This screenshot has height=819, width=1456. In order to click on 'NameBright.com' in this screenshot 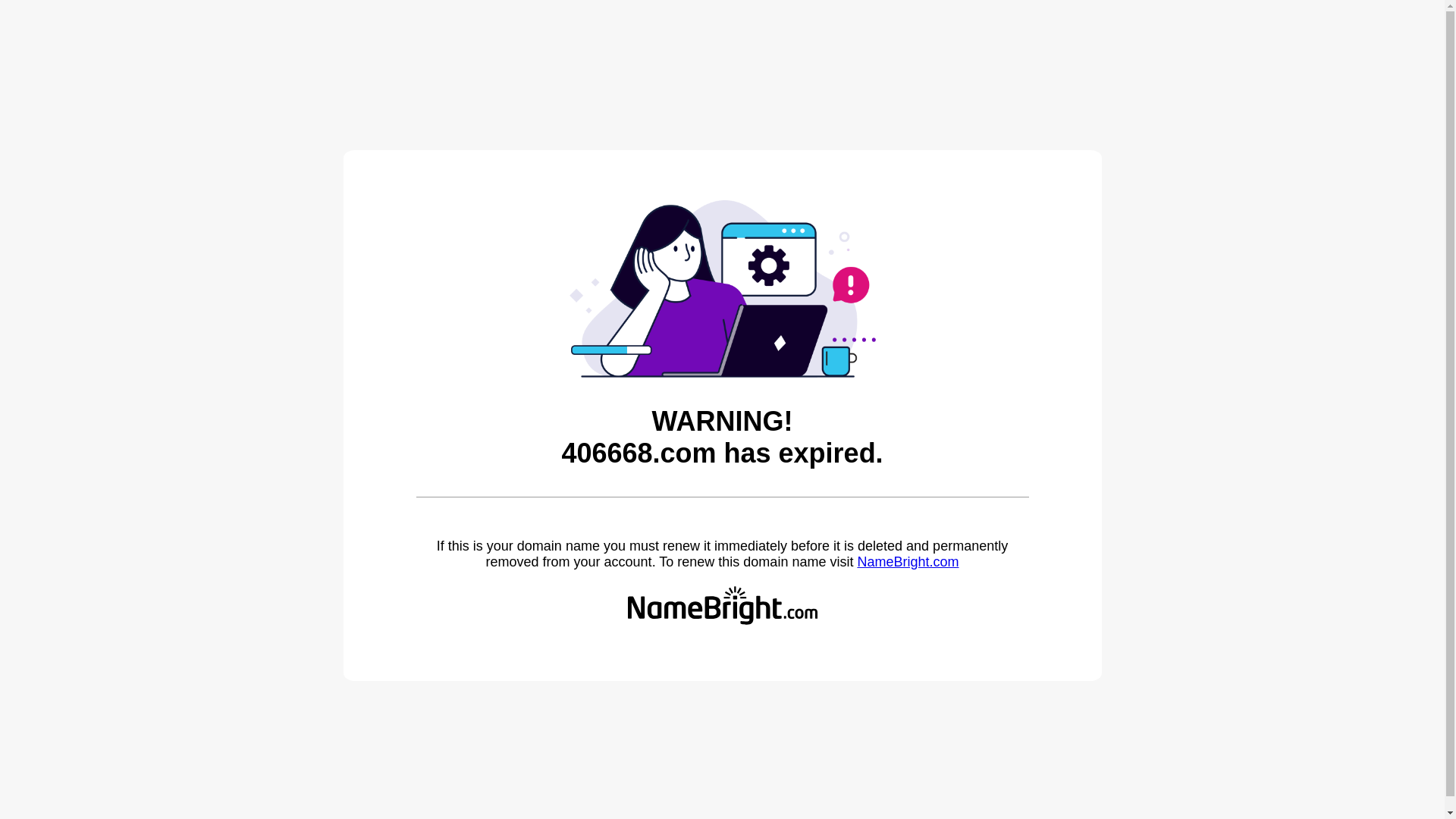, I will do `click(907, 561)`.